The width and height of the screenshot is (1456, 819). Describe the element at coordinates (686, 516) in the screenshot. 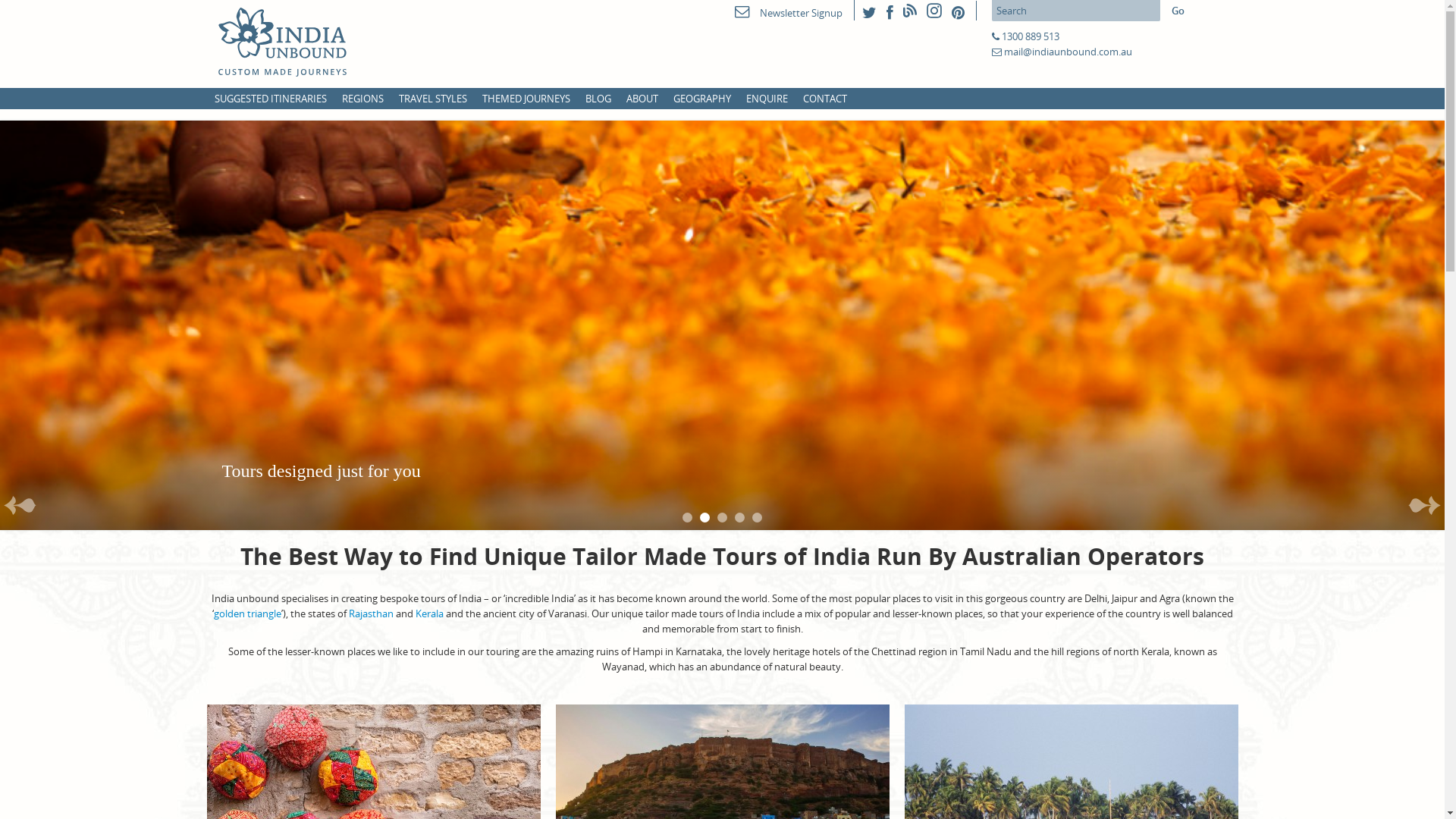

I see `'1'` at that location.